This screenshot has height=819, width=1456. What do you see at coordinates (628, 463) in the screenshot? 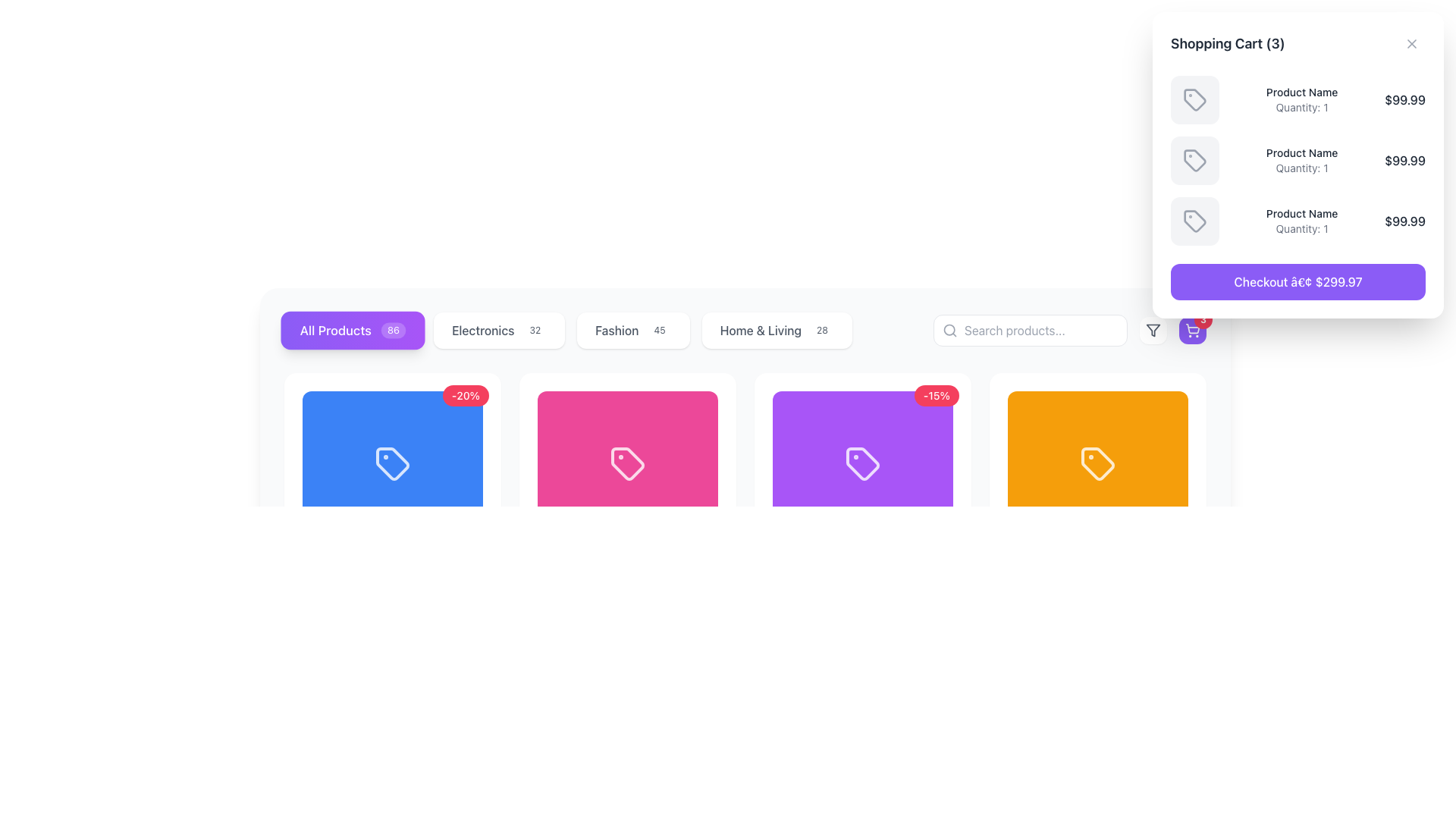
I see `the details of the tag icon located in the second pink card from the left under the 'All Products' tab` at bounding box center [628, 463].